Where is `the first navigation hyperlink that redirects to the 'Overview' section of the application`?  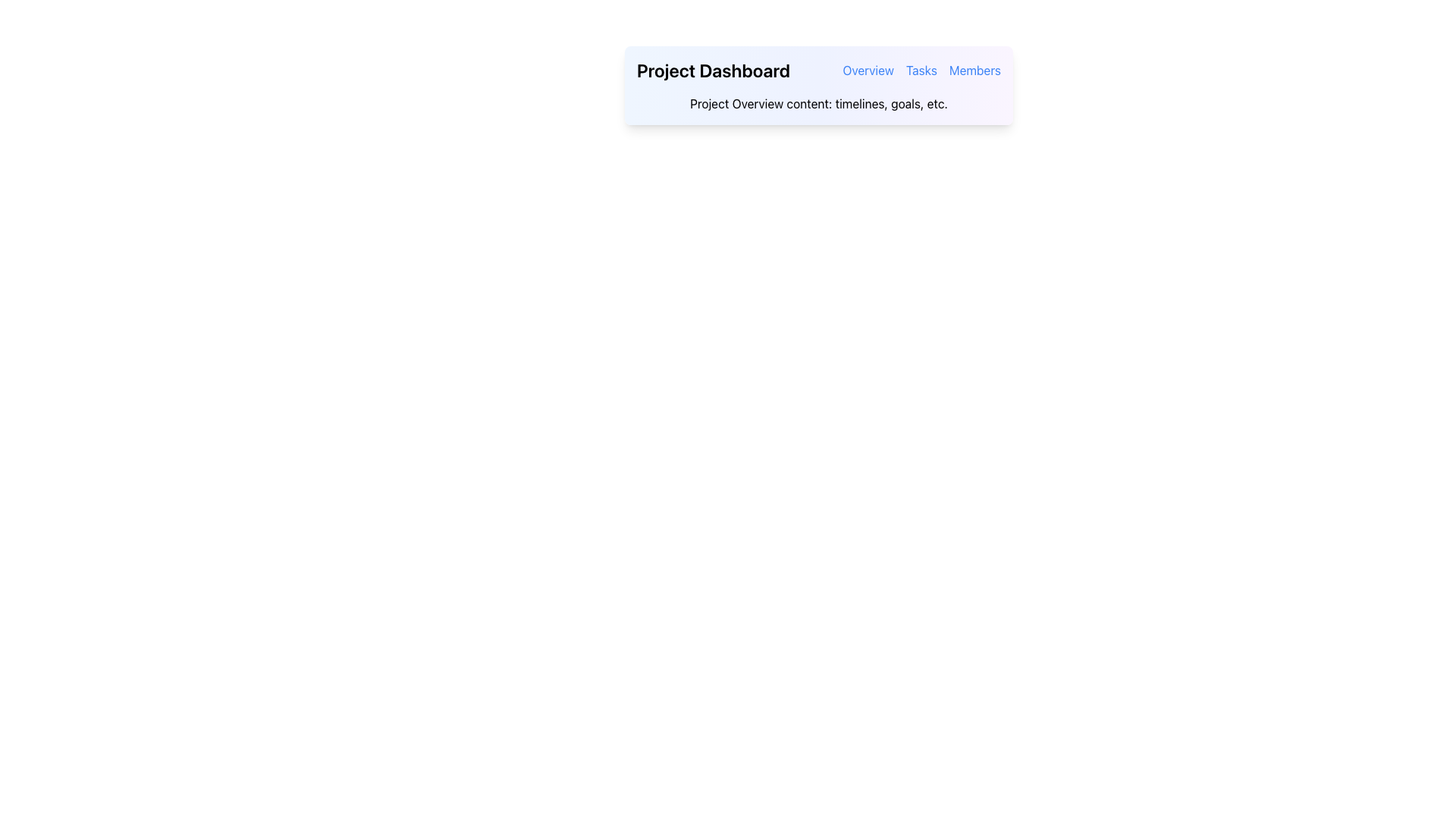 the first navigation hyperlink that redirects to the 'Overview' section of the application is located at coordinates (868, 70).